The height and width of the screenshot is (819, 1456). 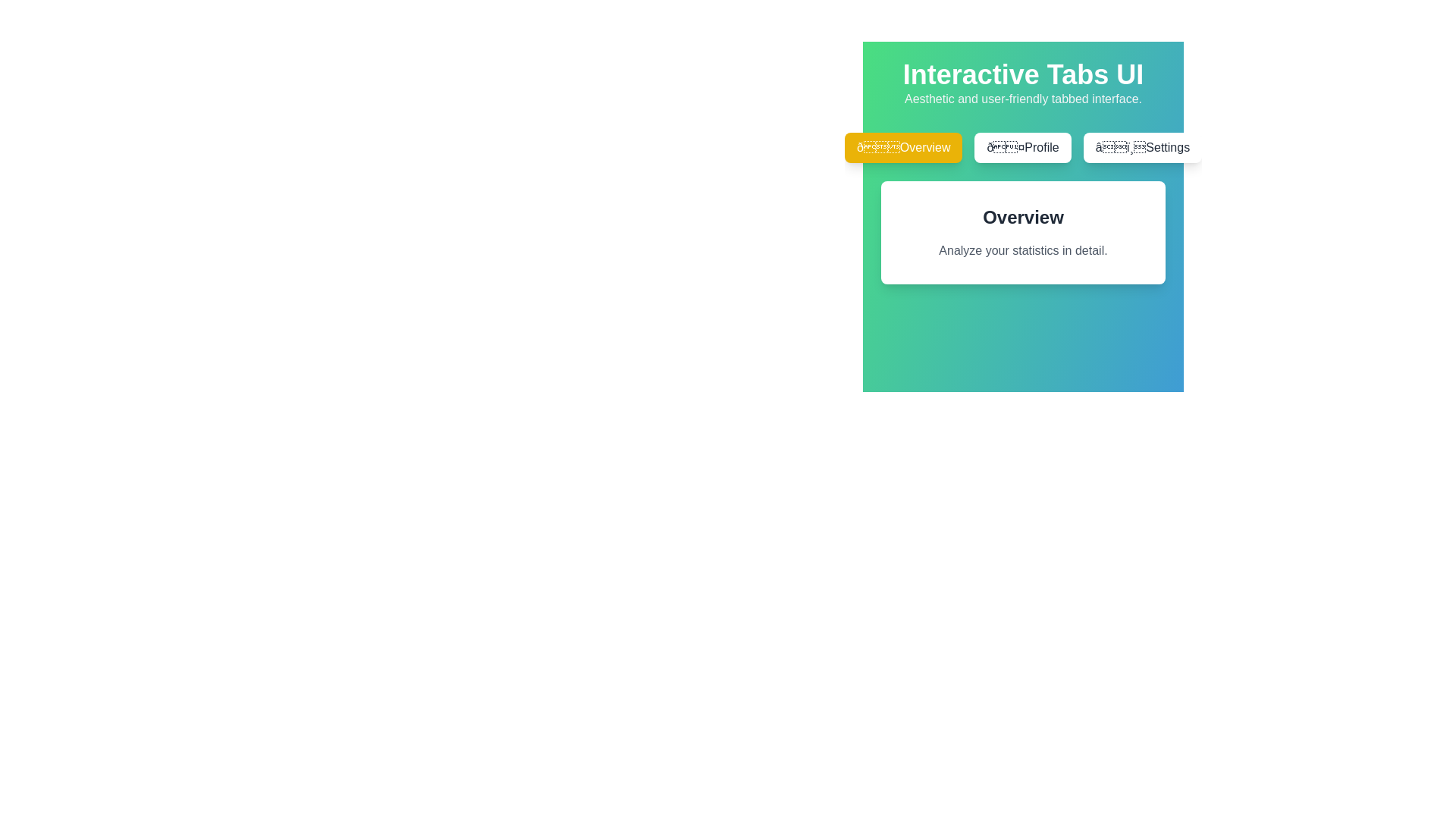 What do you see at coordinates (1022, 148) in the screenshot?
I see `the Profile tab to view its content` at bounding box center [1022, 148].